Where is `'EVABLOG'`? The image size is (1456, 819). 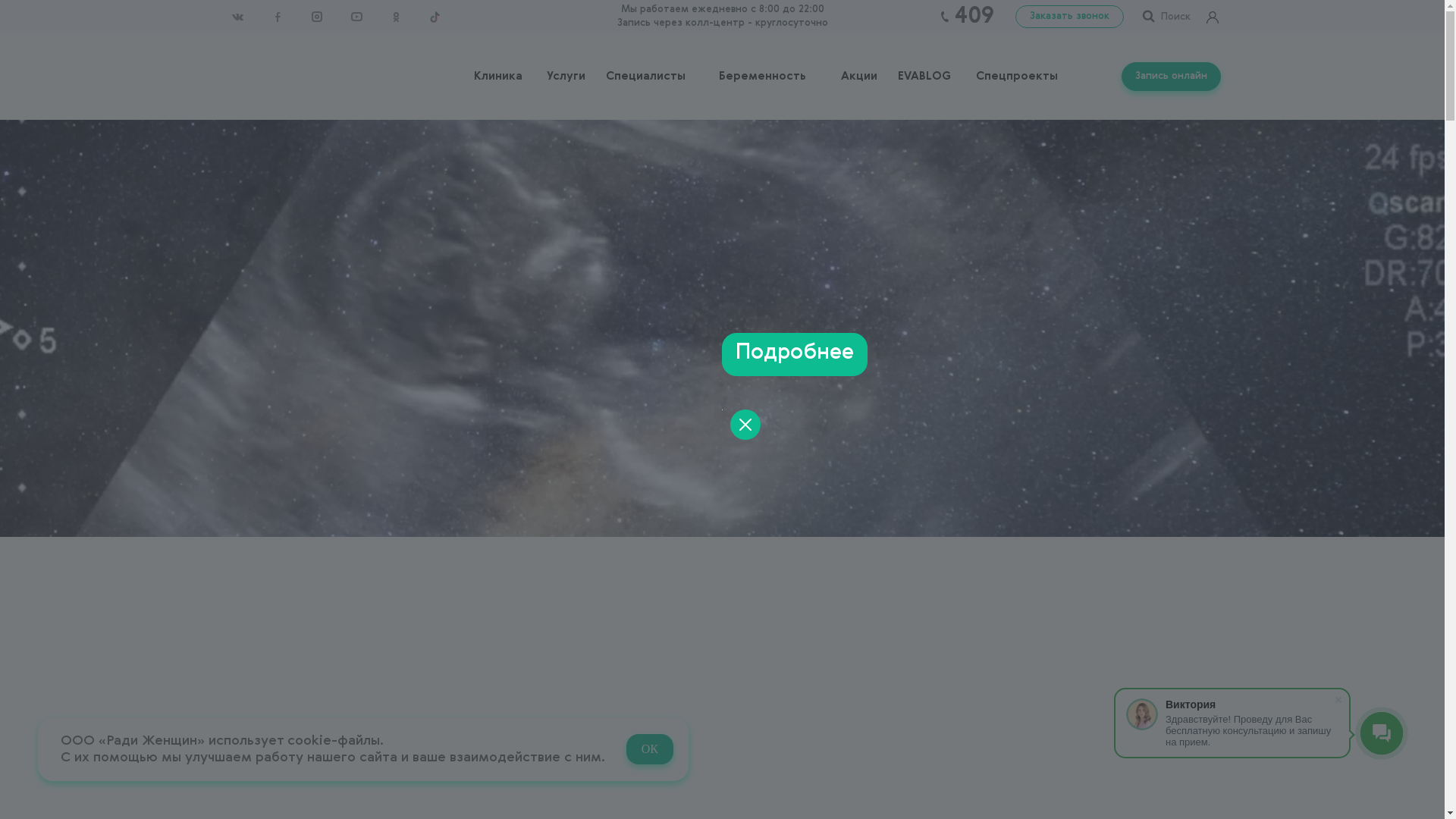 'EVABLOG' is located at coordinates (924, 76).